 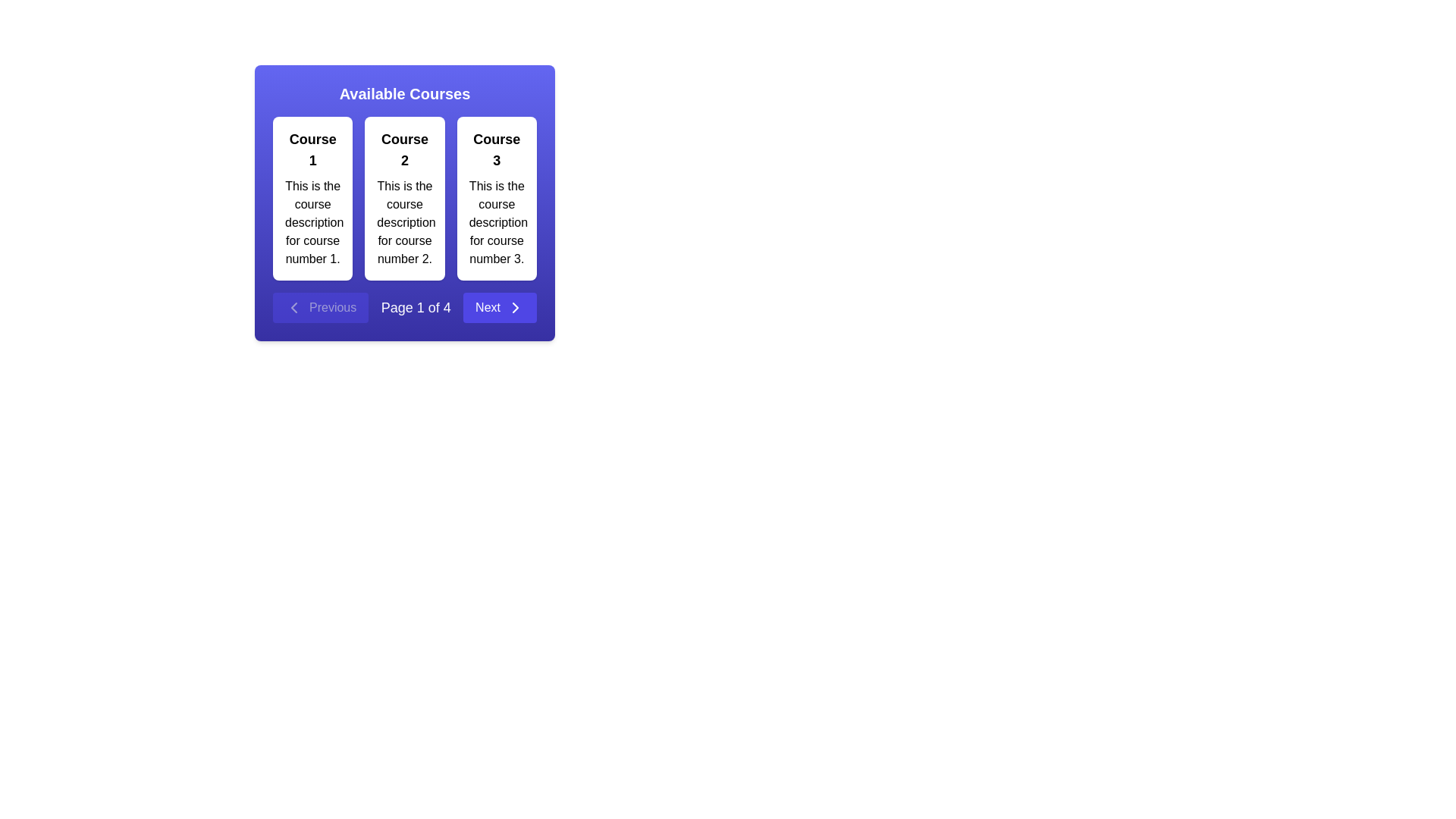 What do you see at coordinates (404, 149) in the screenshot?
I see `the 'Course 2' text label at the top of the second card` at bounding box center [404, 149].